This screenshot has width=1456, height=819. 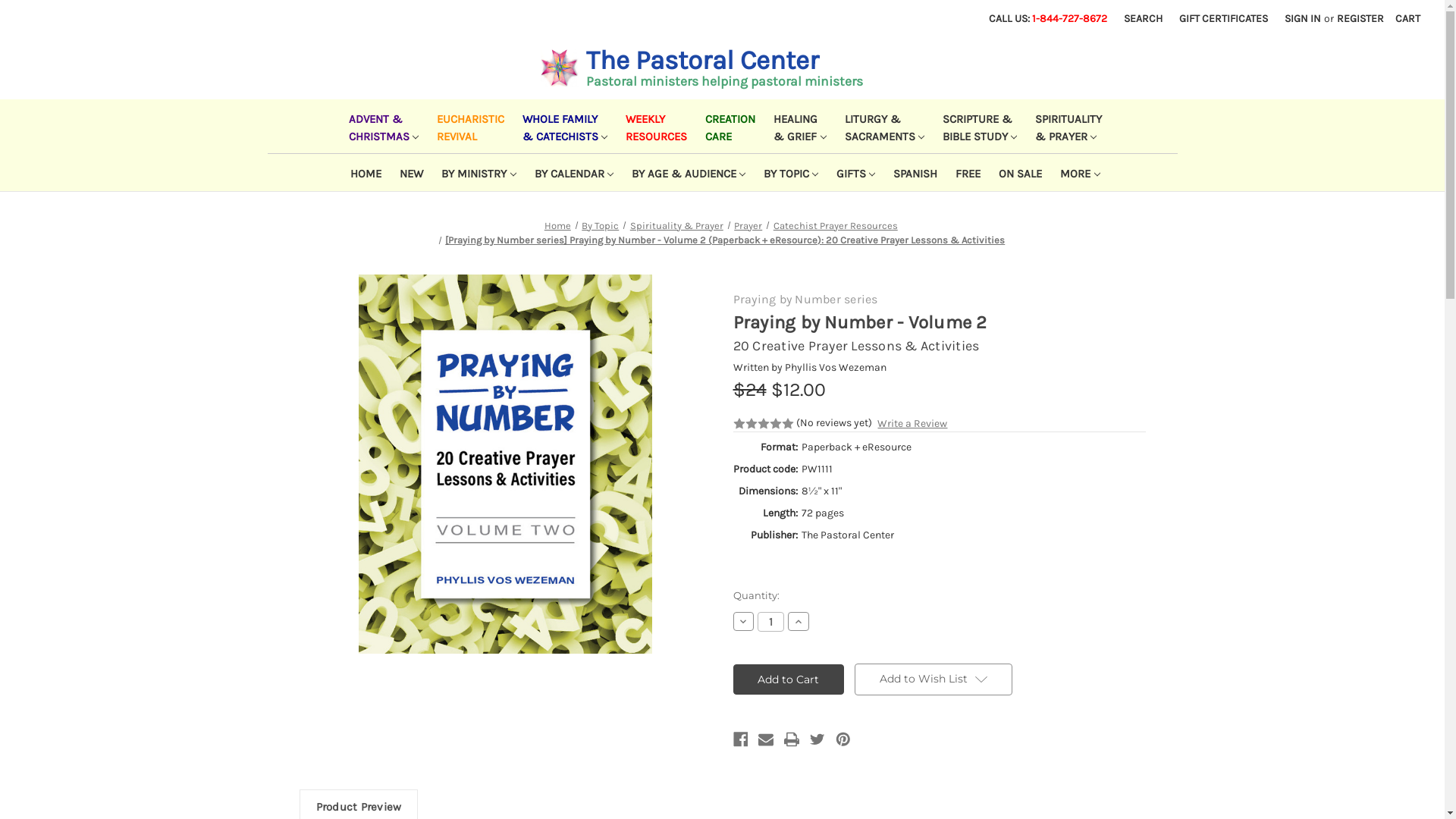 What do you see at coordinates (823, 171) in the screenshot?
I see `'GIFTS'` at bounding box center [823, 171].